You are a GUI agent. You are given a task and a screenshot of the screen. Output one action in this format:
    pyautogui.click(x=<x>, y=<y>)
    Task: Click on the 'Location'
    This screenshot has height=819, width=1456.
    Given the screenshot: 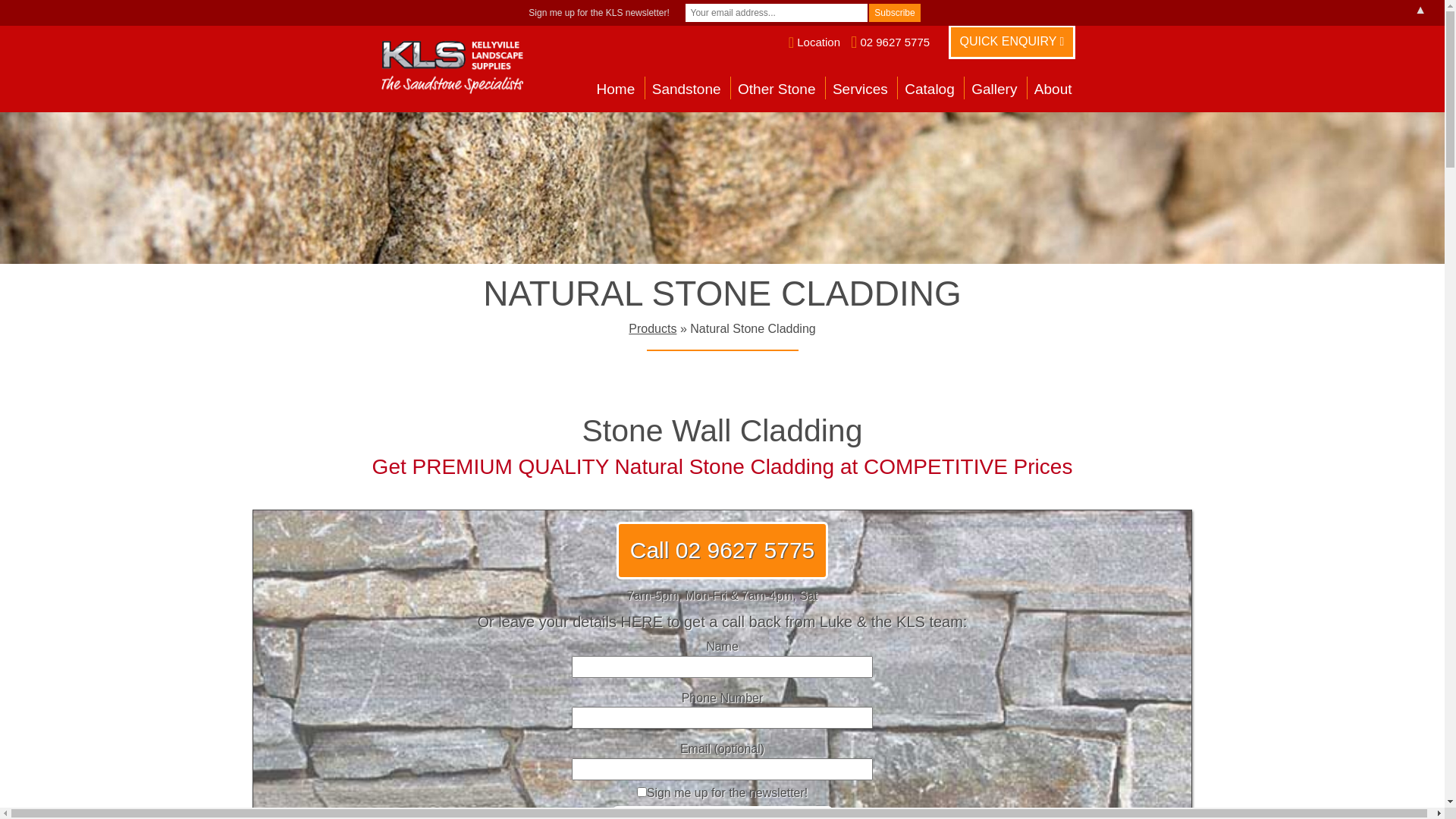 What is the action you would take?
    pyautogui.click(x=814, y=41)
    